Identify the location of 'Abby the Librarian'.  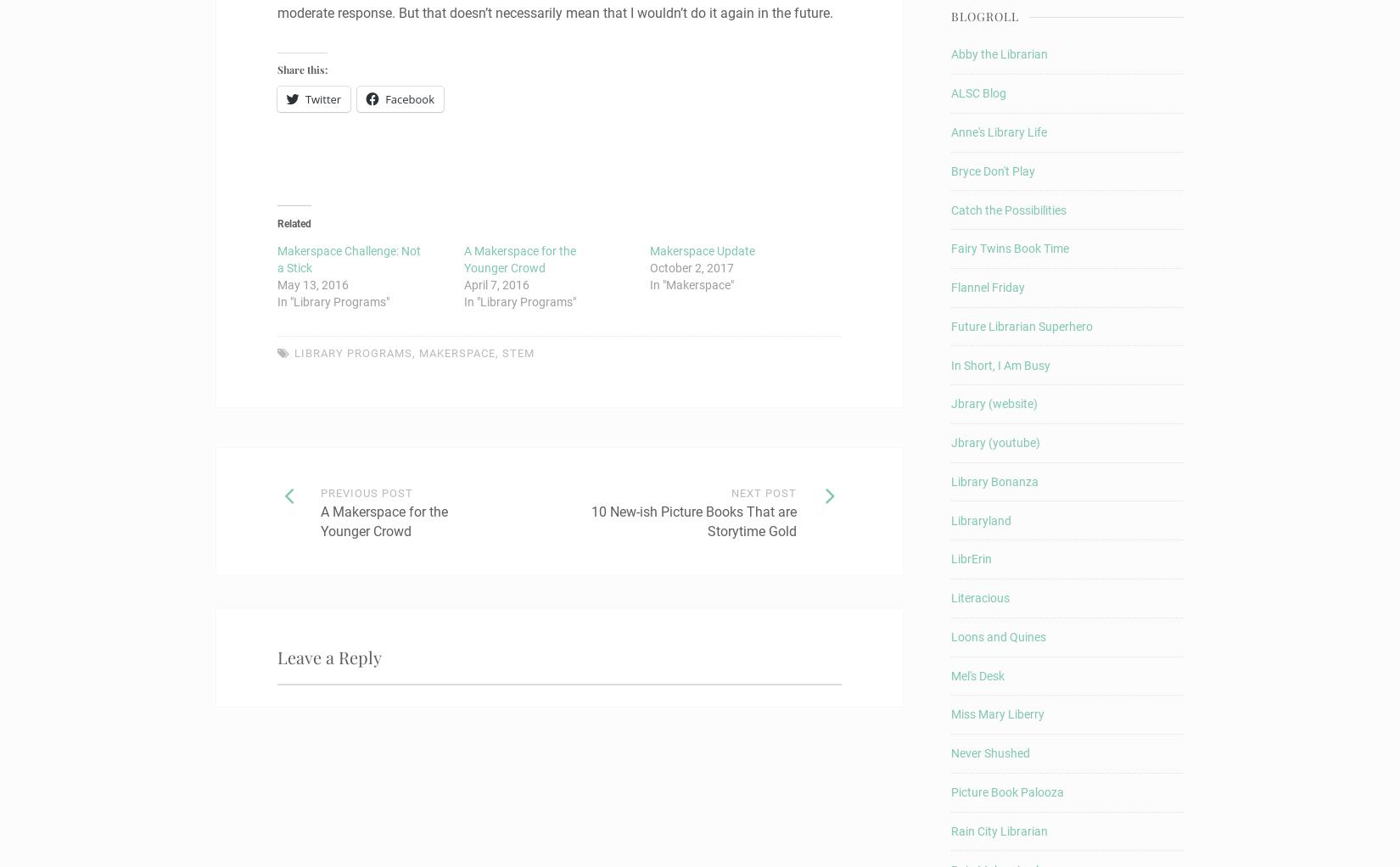
(999, 53).